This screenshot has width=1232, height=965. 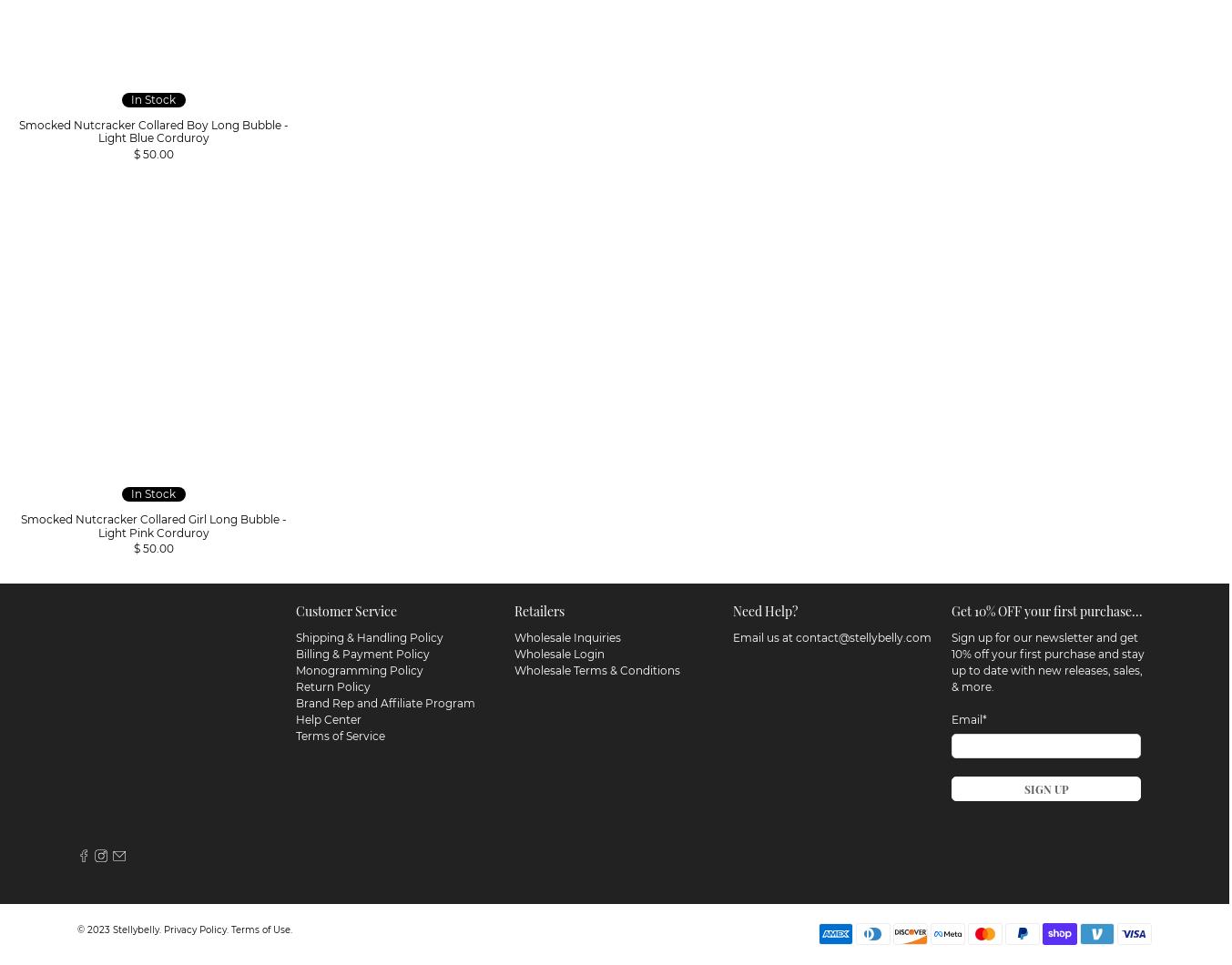 What do you see at coordinates (566, 634) in the screenshot?
I see `'Wholesale Inquiries'` at bounding box center [566, 634].